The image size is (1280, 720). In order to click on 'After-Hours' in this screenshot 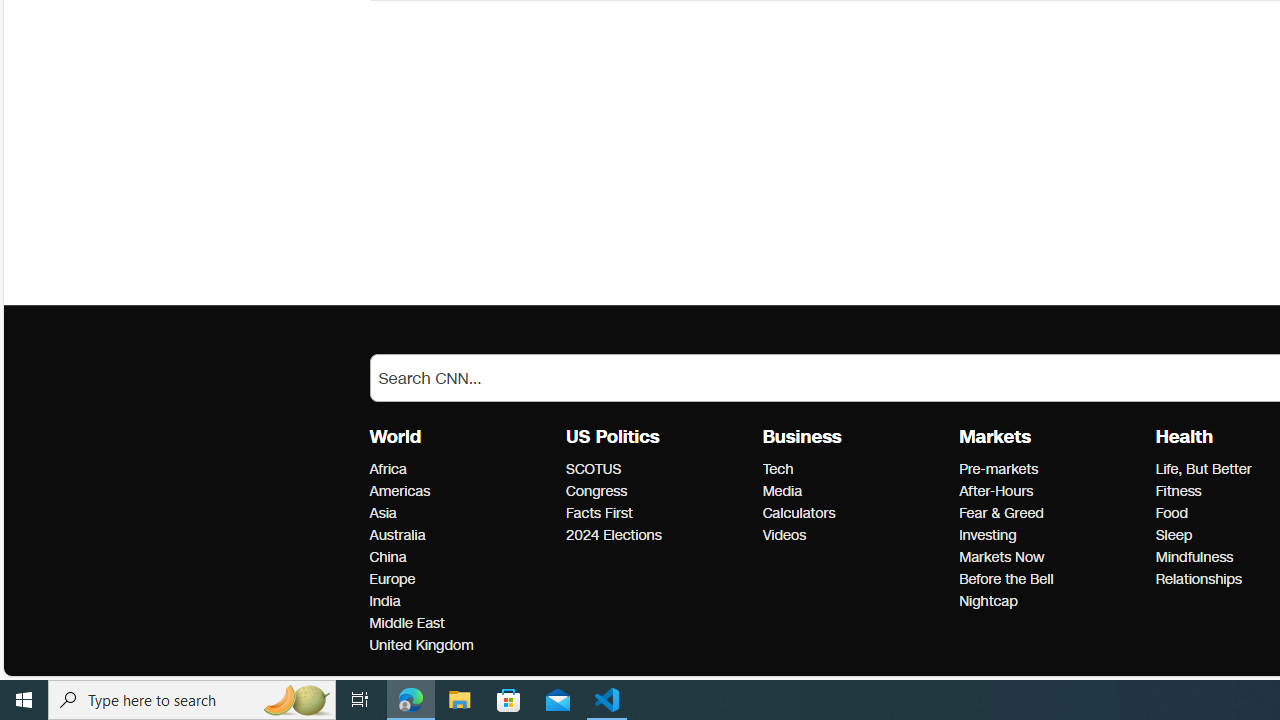, I will do `click(1050, 492)`.